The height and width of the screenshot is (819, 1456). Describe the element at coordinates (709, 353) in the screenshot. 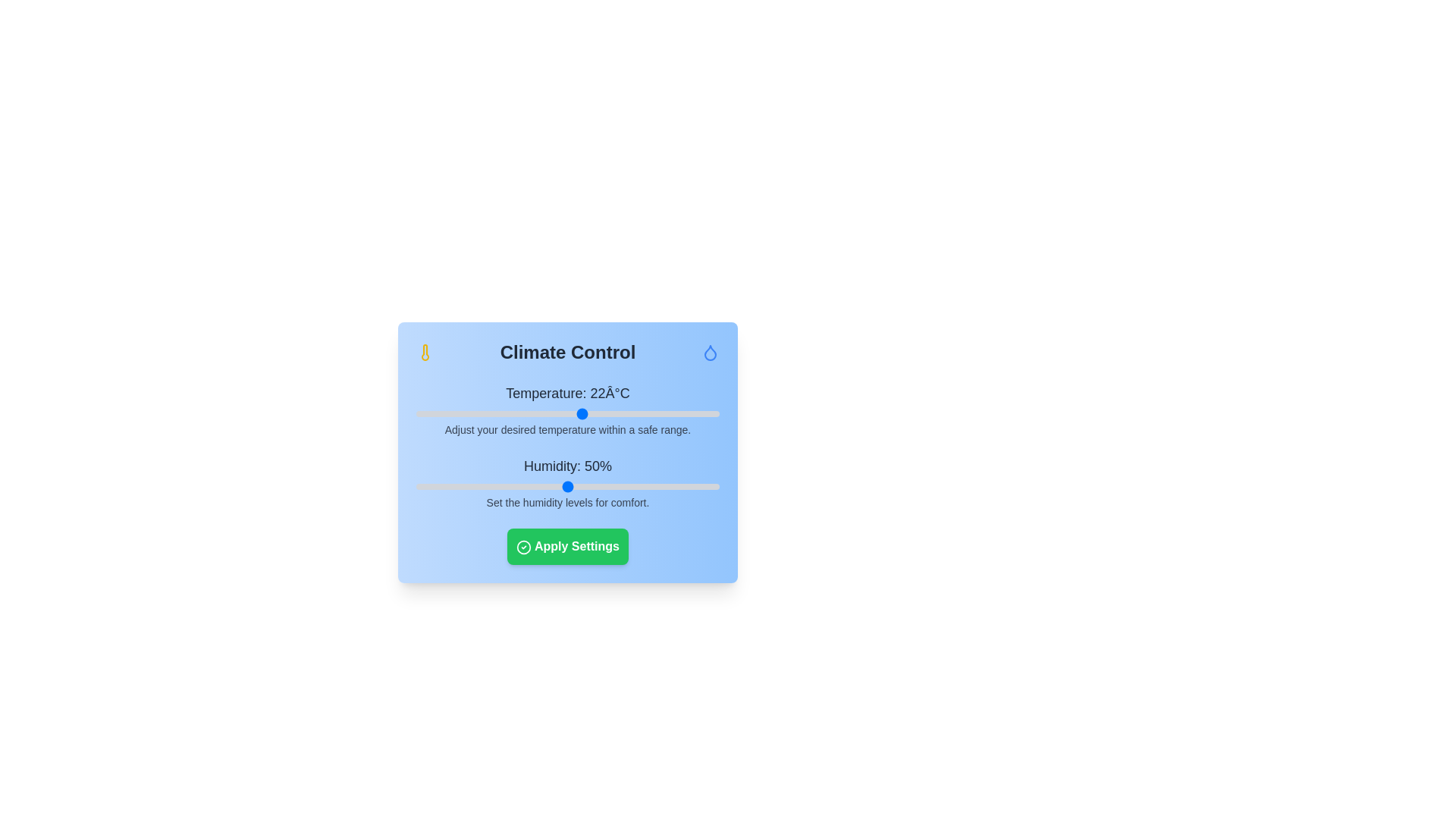

I see `the humidity icon located at the top-right corner of the blue climate control card, which serves as a visual indicator for humidity-related controls` at that location.